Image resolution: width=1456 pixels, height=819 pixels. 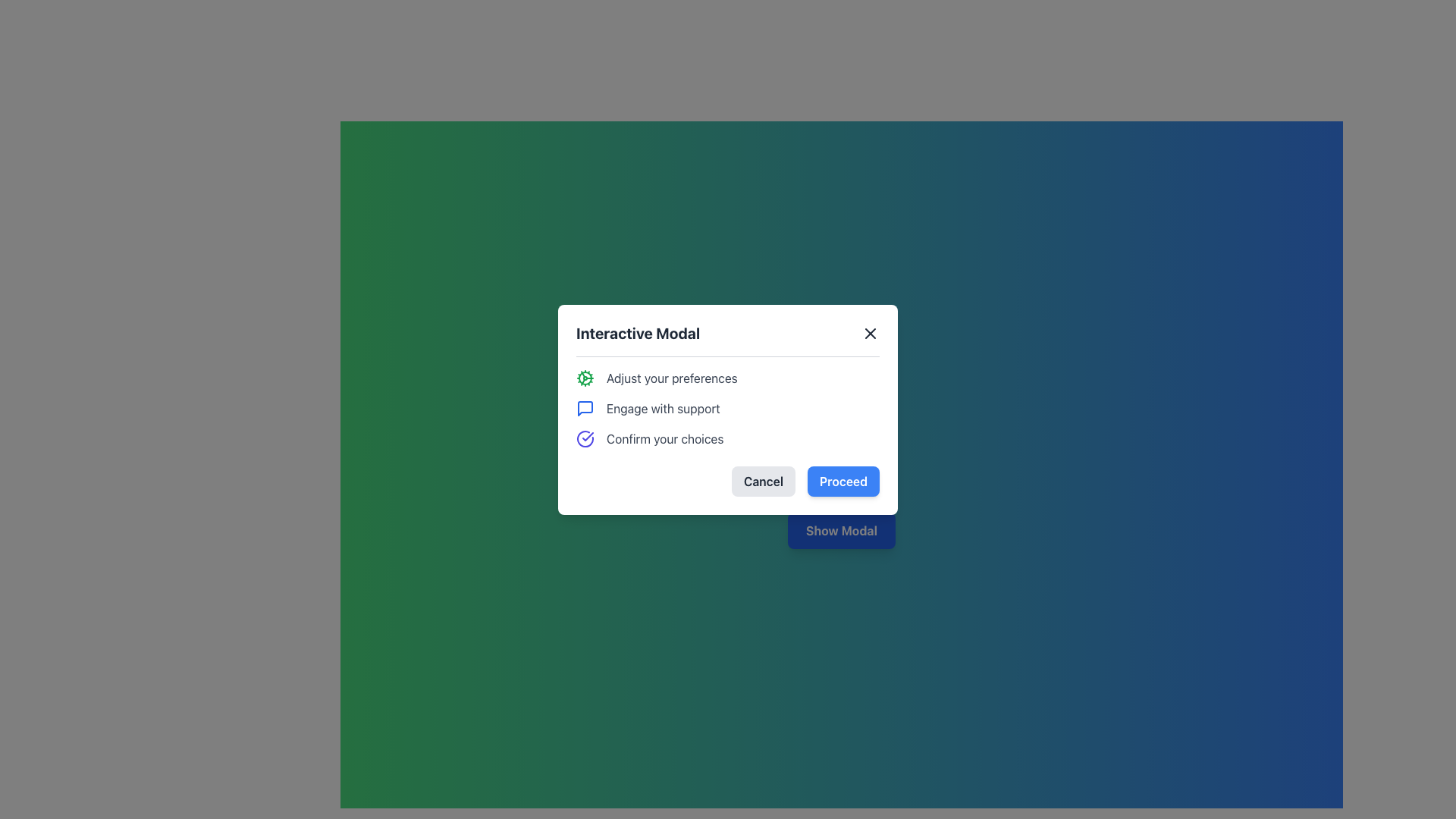 I want to click on the 'Cancel' button in the horizontal button group located at the bottom-right of the modal window, so click(x=728, y=481).